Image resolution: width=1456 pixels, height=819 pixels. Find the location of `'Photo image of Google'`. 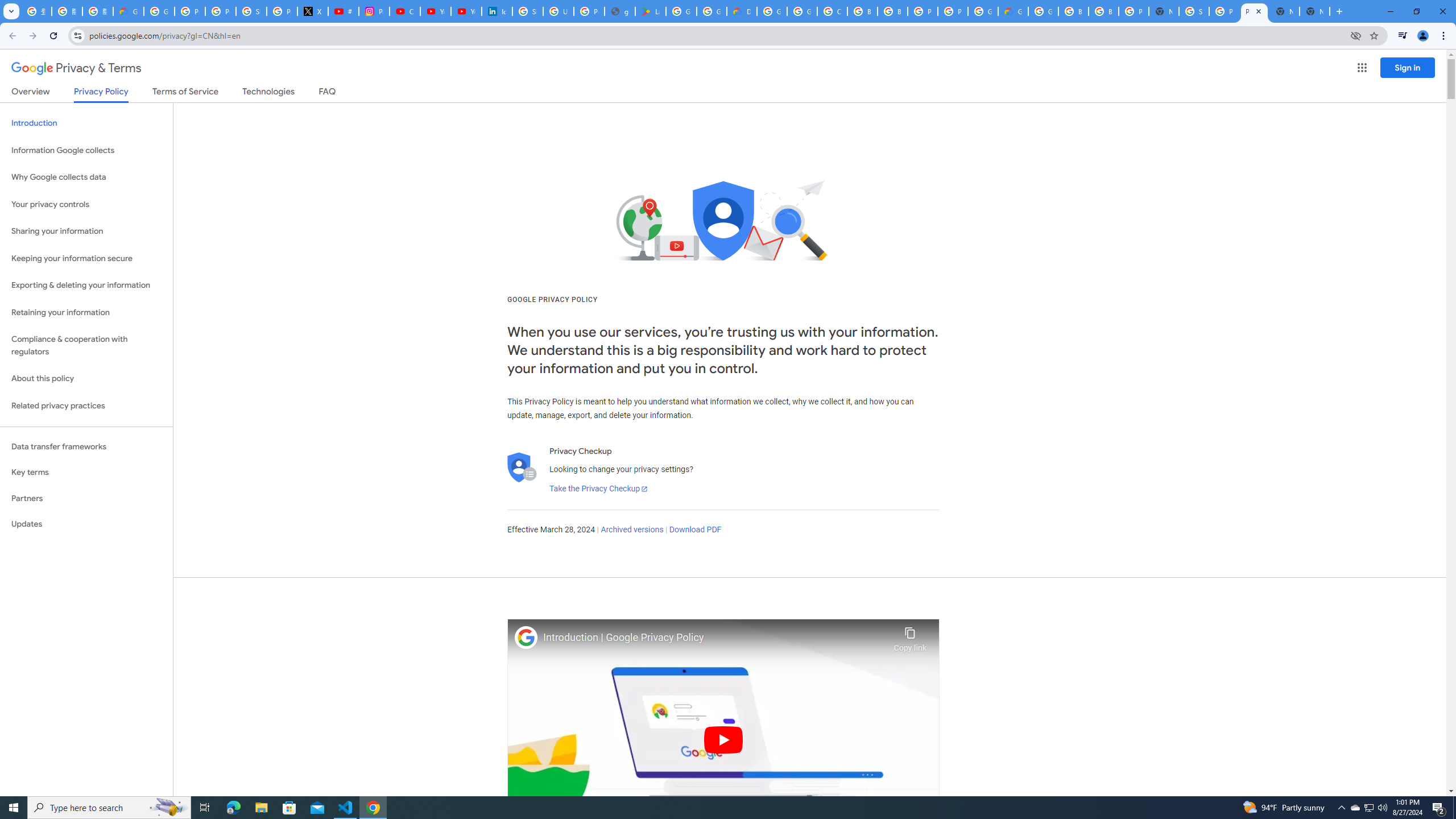

'Photo image of Google' is located at coordinates (526, 636).